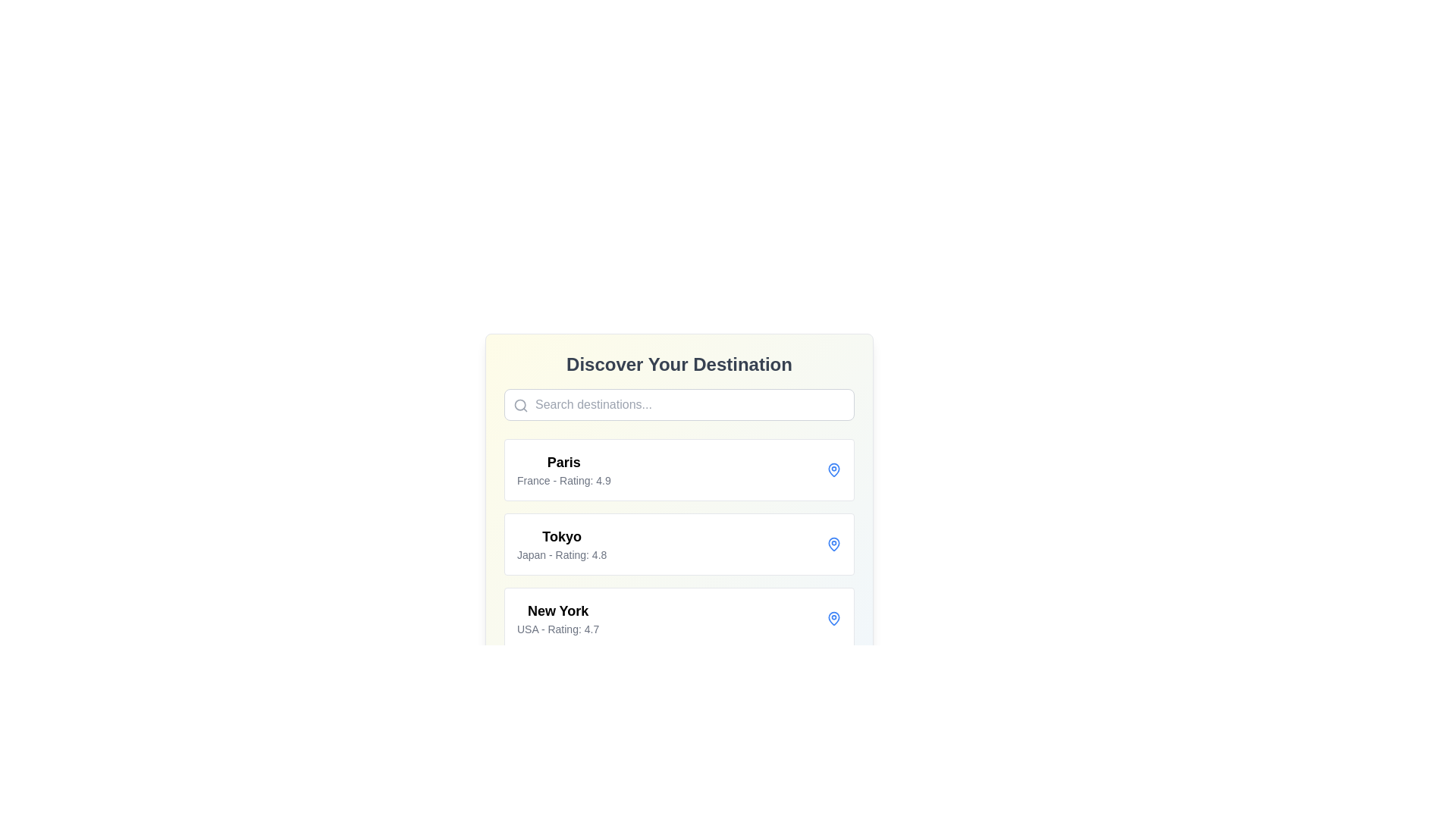 This screenshot has height=819, width=1456. What do you see at coordinates (561, 543) in the screenshot?
I see `the text block containing the title 'Tokyo' and the smaller text 'Japan - Rating: 4.8', which is the second item under 'Discover Your Destination'` at bounding box center [561, 543].